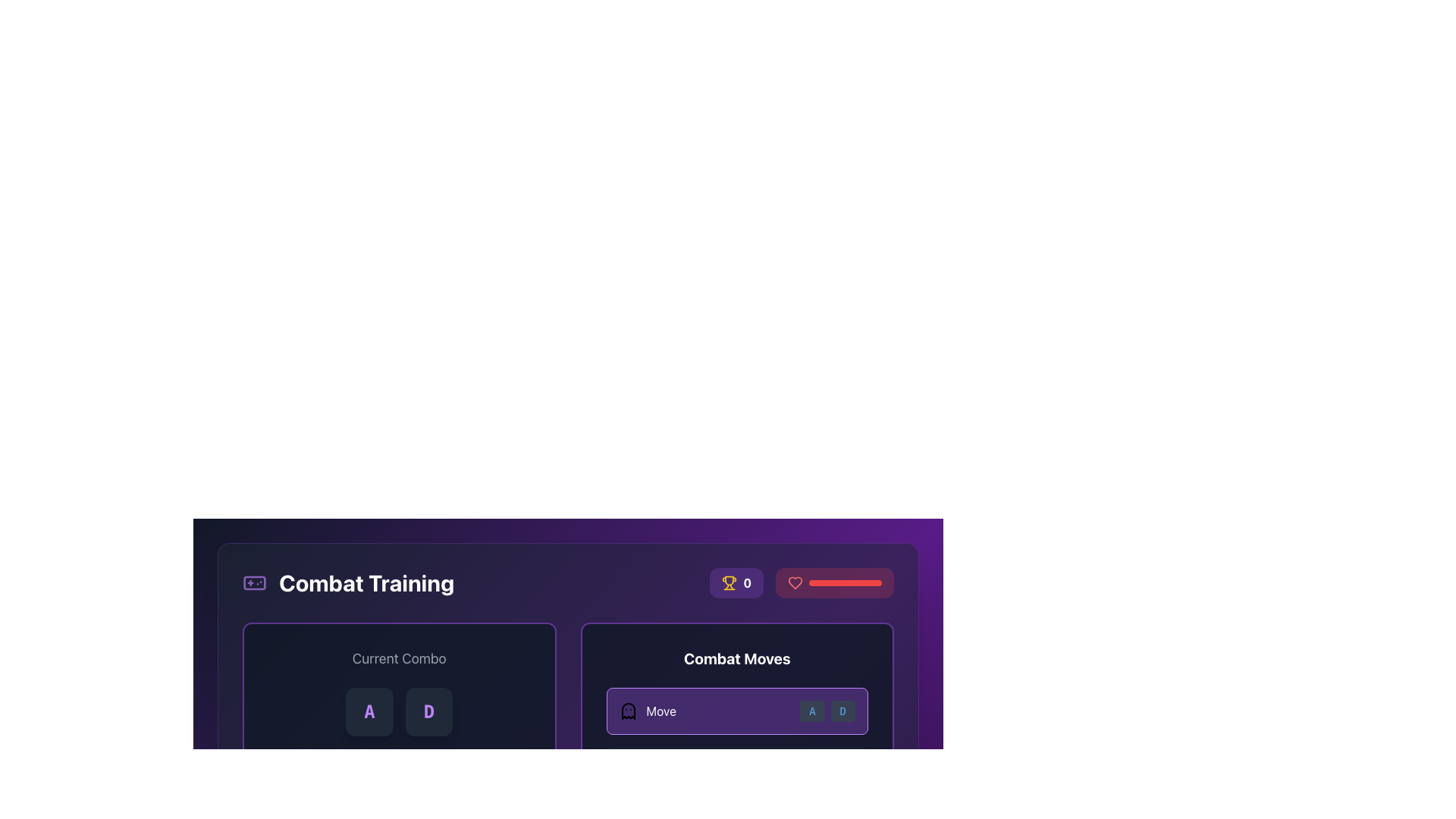 The width and height of the screenshot is (1456, 819). What do you see at coordinates (801, 582) in the screenshot?
I see `the red rectangular progress bar with rounded edges that features a pink heart icon on its left side, located in the top-right corner of the 'Combat Training' card` at bounding box center [801, 582].